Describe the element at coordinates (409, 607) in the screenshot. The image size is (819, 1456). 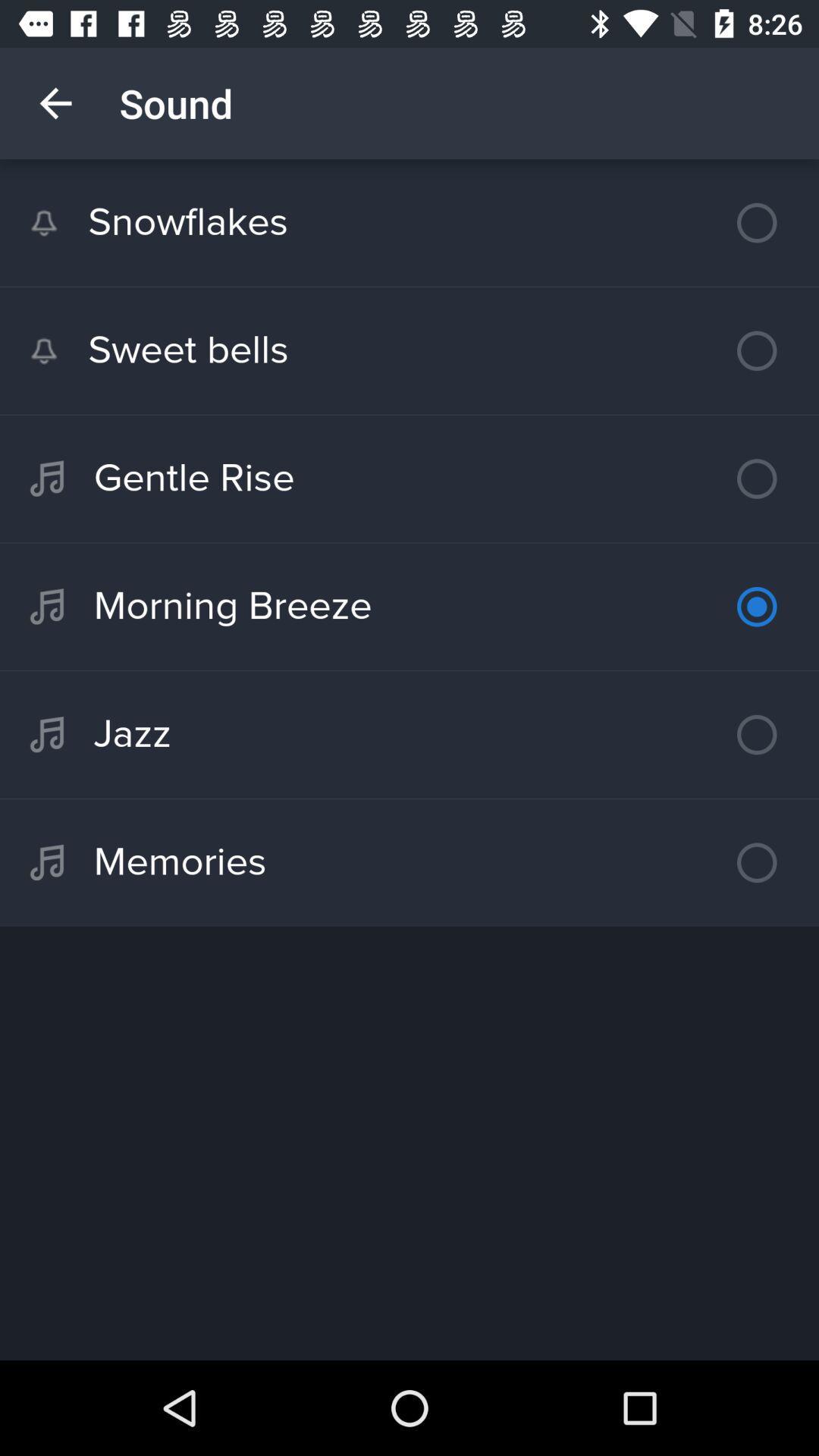
I see `the morning breeze` at that location.